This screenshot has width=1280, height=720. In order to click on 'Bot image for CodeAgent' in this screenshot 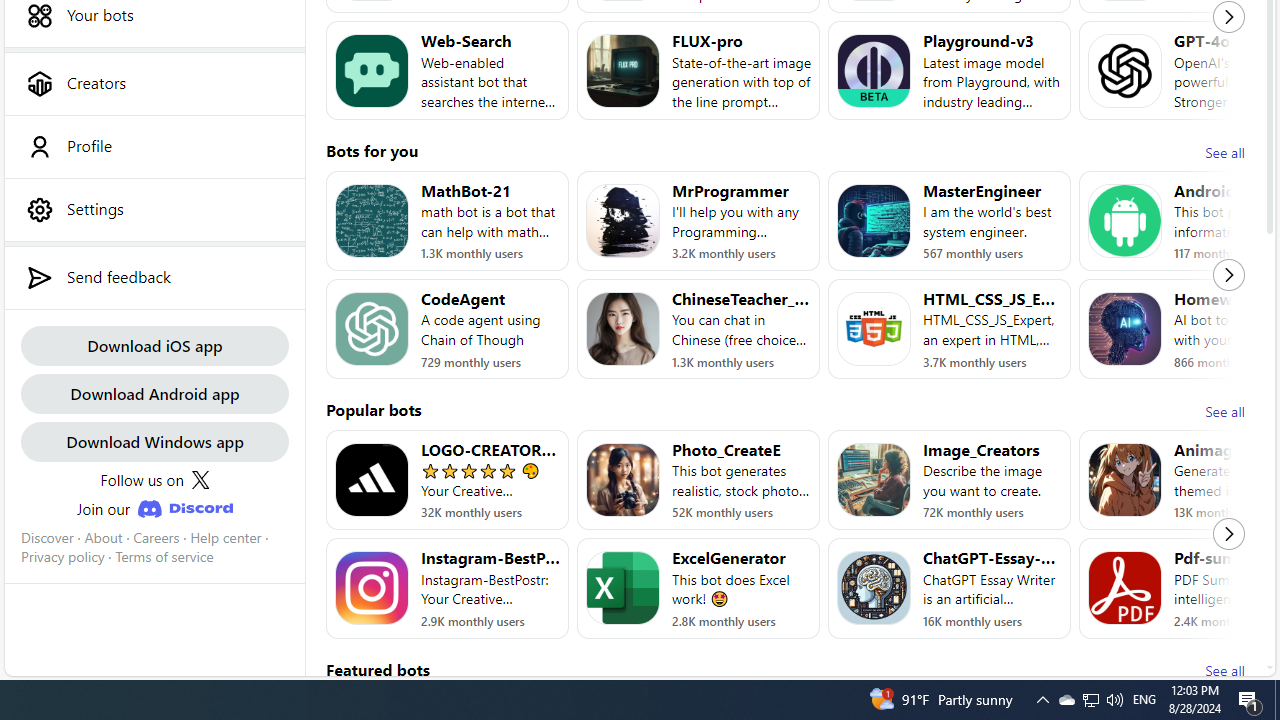, I will do `click(371, 328)`.